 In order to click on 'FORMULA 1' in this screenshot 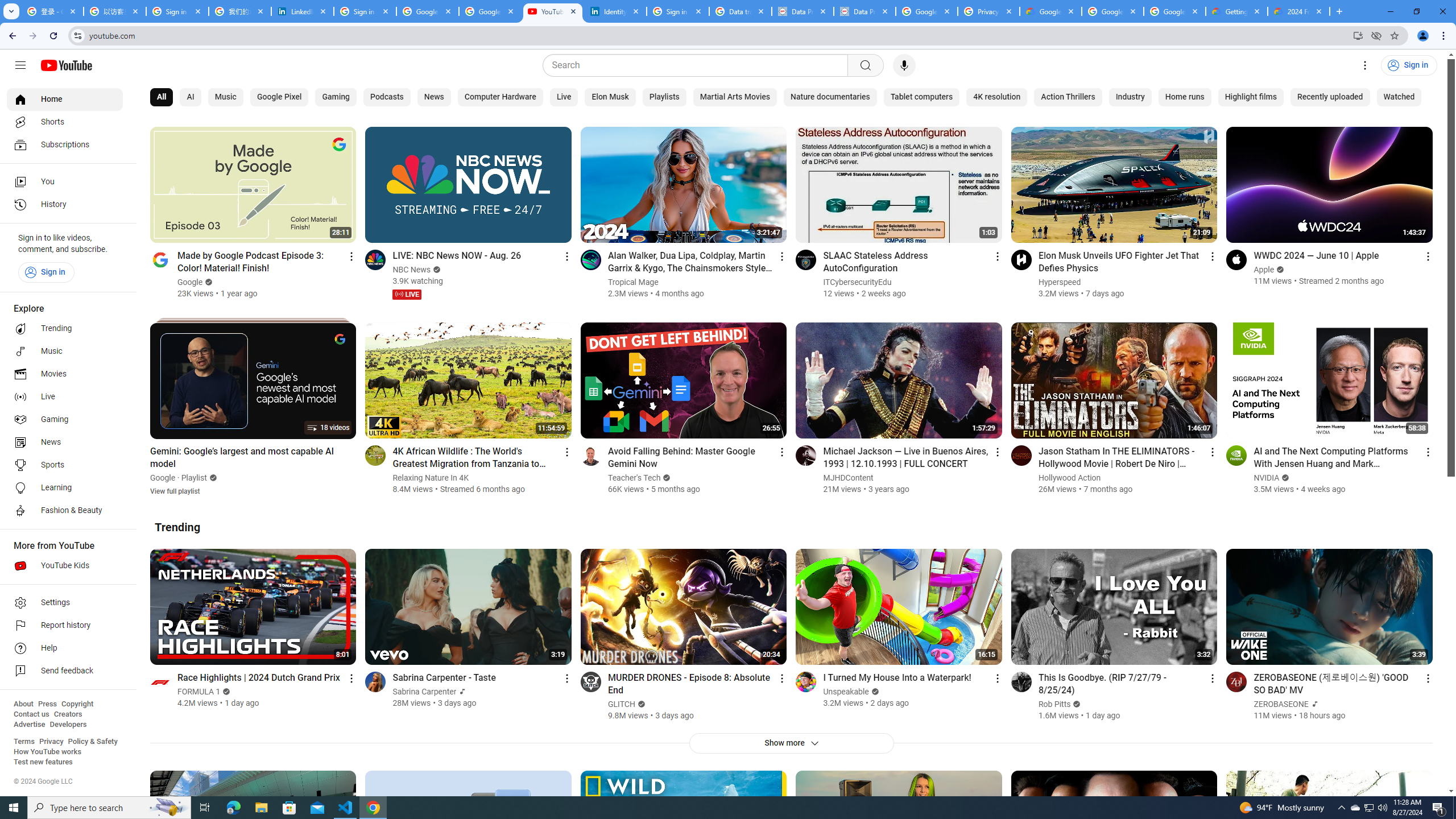, I will do `click(199, 691)`.